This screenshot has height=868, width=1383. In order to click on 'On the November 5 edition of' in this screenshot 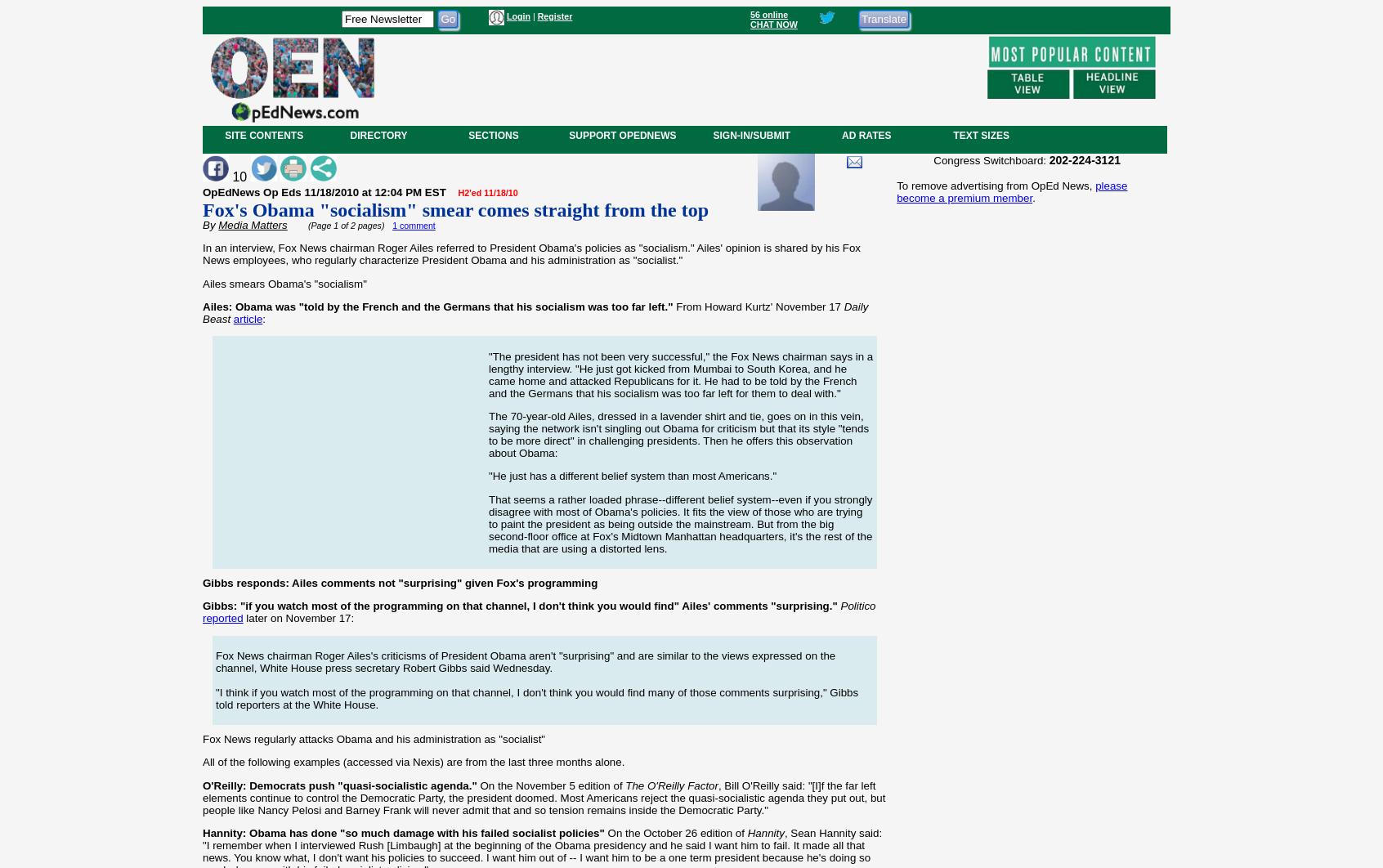, I will do `click(552, 784)`.